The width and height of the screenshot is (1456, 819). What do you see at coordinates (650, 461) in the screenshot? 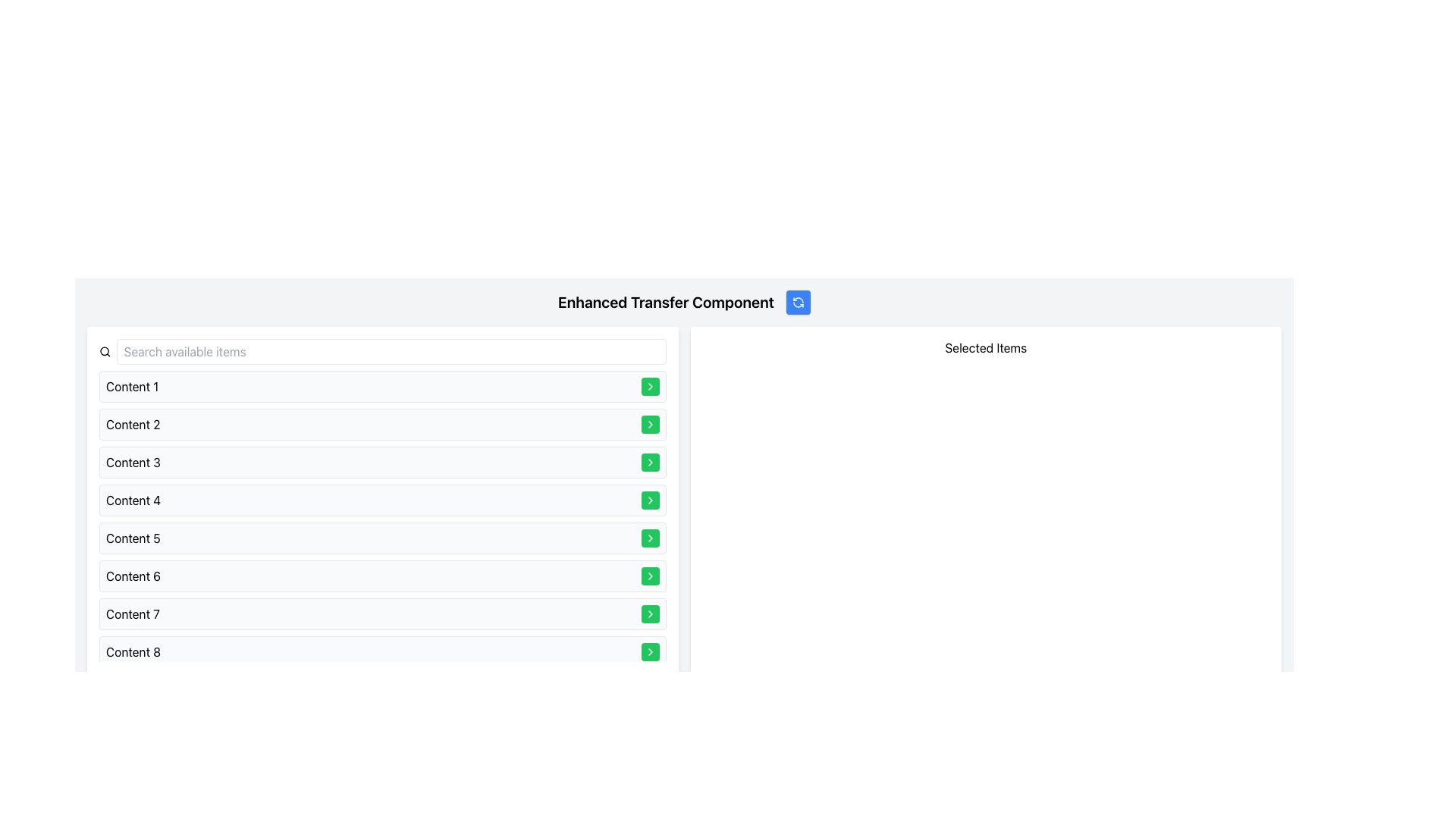
I see `the compact rectangular green button with white text and a right-pointing chevron icon located in the third row of 'Content 3' on the far right` at bounding box center [650, 461].